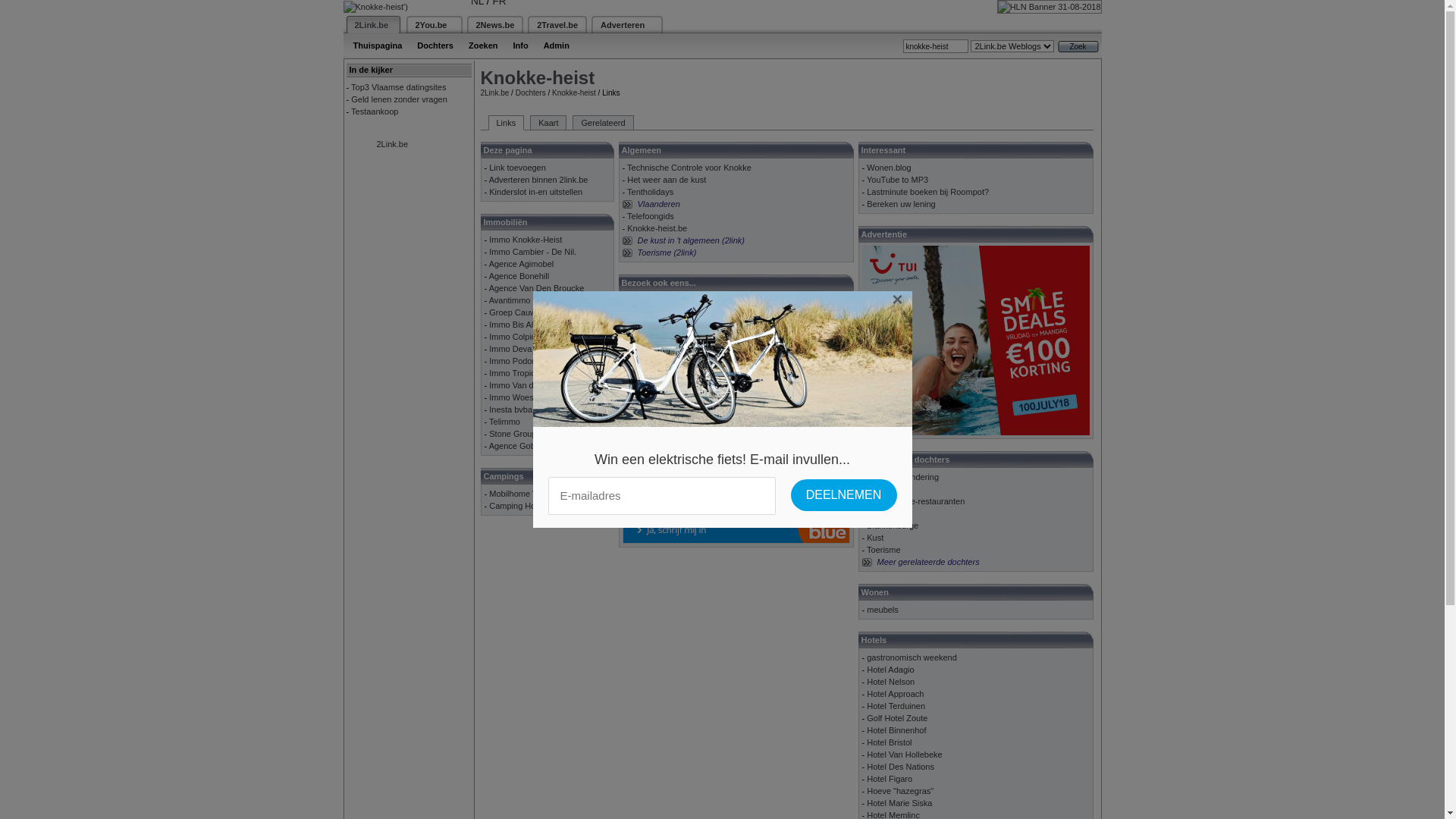  I want to click on 'Hotel Van Hollebeke', so click(904, 755).